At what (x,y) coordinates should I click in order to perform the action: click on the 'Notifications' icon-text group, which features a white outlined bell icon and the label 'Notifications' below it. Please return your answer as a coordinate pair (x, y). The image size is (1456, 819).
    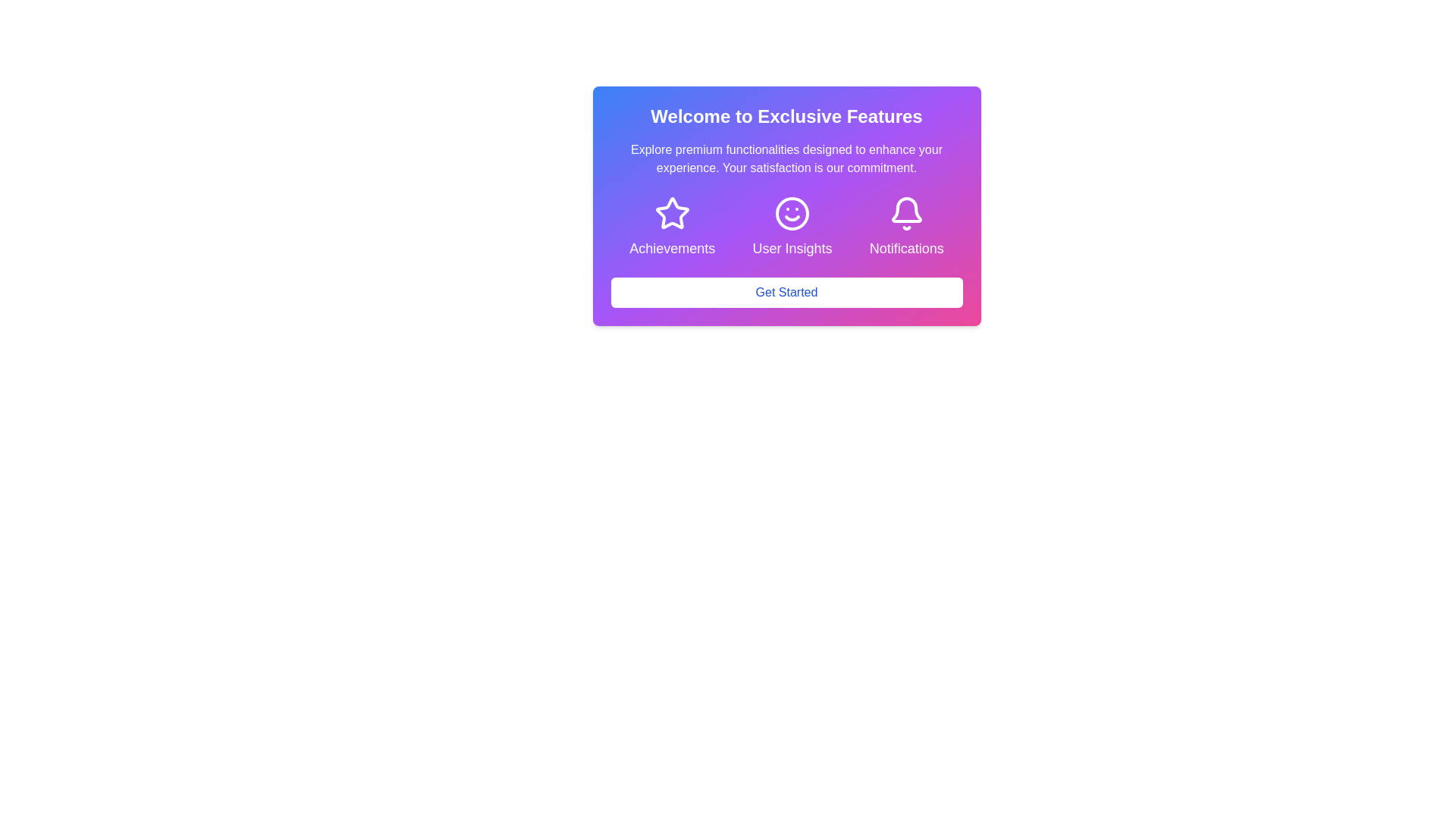
    Looking at the image, I should click on (906, 227).